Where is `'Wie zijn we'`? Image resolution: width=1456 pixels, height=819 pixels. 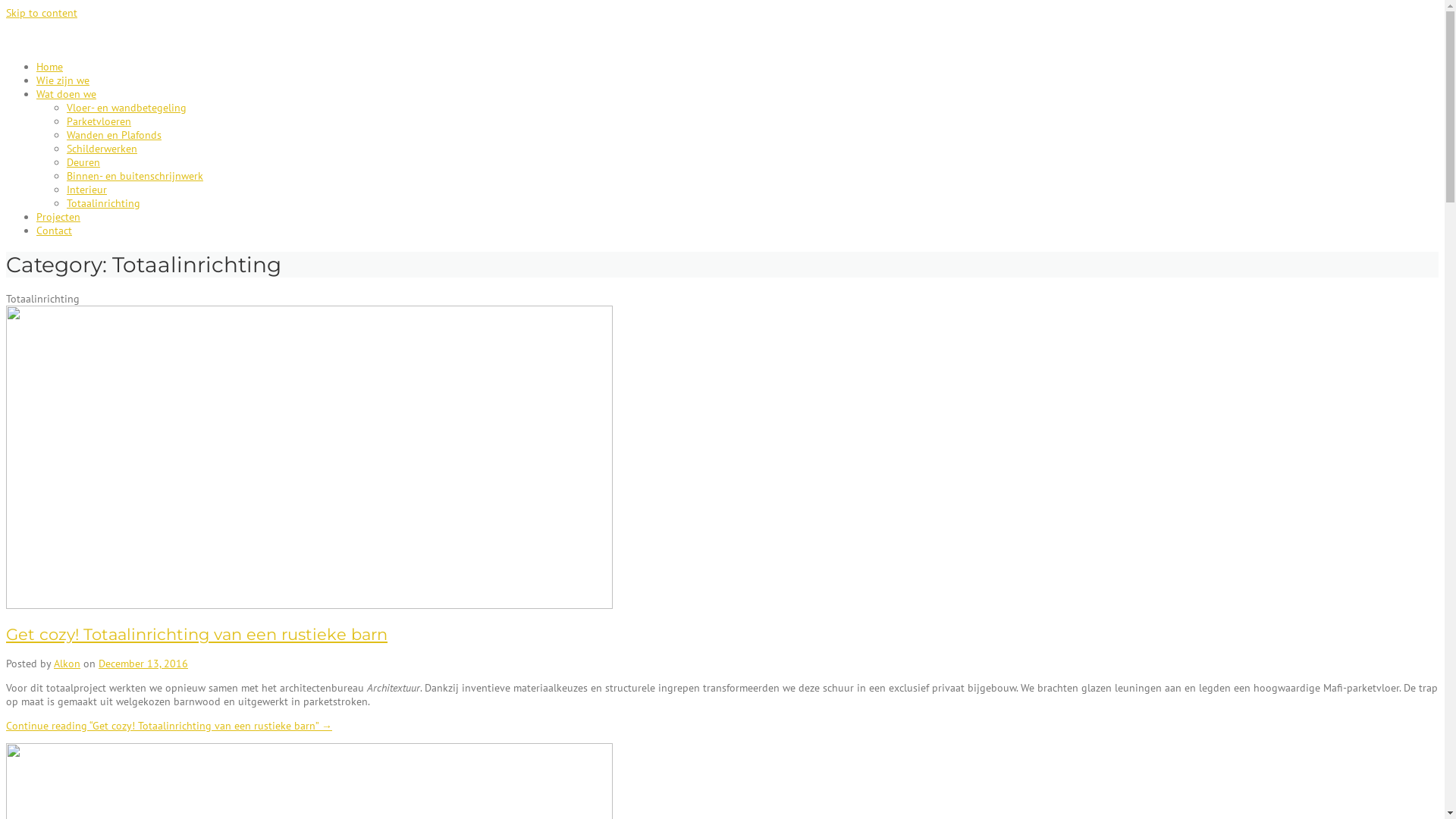
'Wie zijn we' is located at coordinates (61, 80).